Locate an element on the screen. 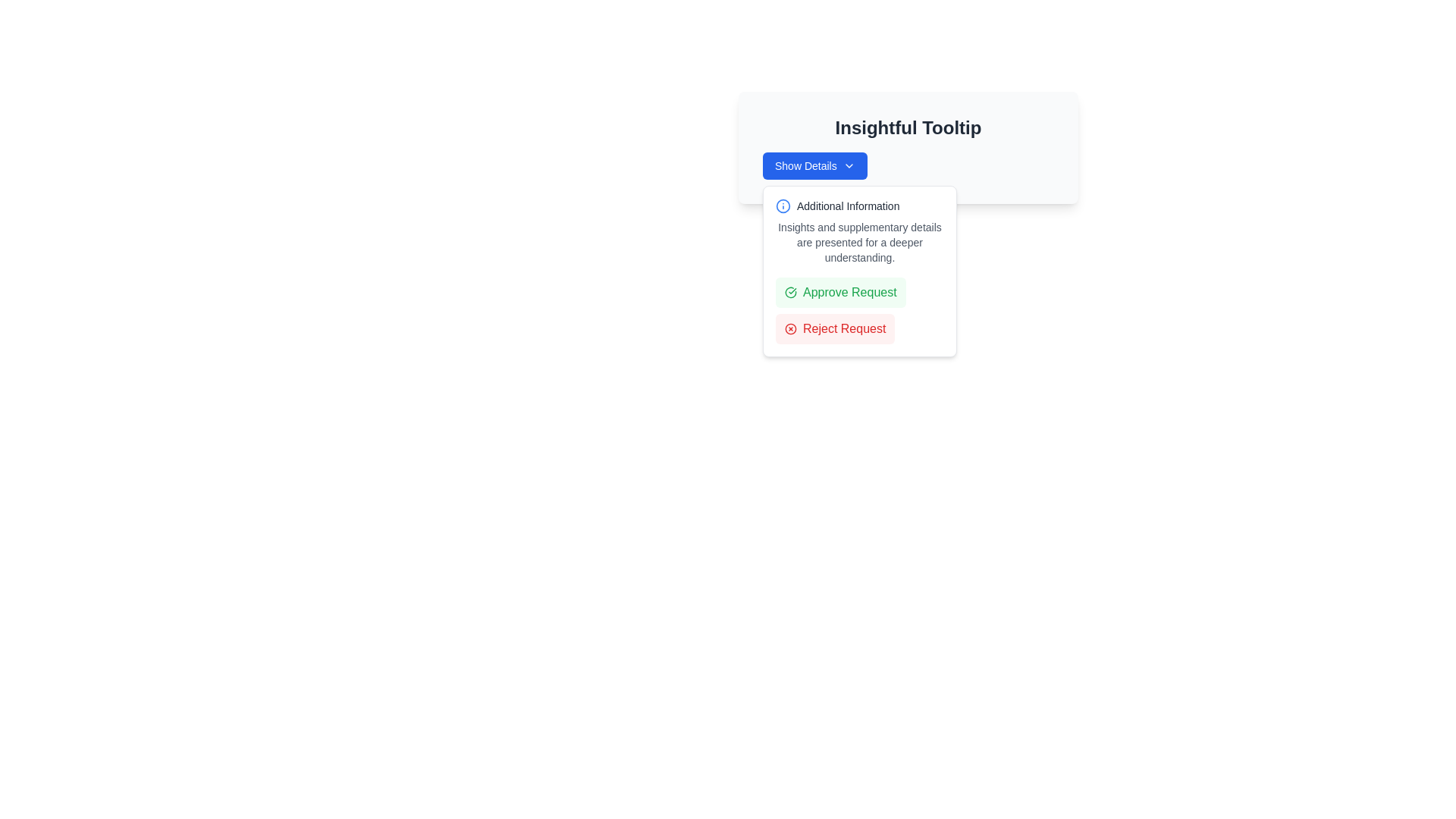  the icon of the text display that serves as a header for the content section, which is located in the top-left section above the supplementary details is located at coordinates (859, 206).